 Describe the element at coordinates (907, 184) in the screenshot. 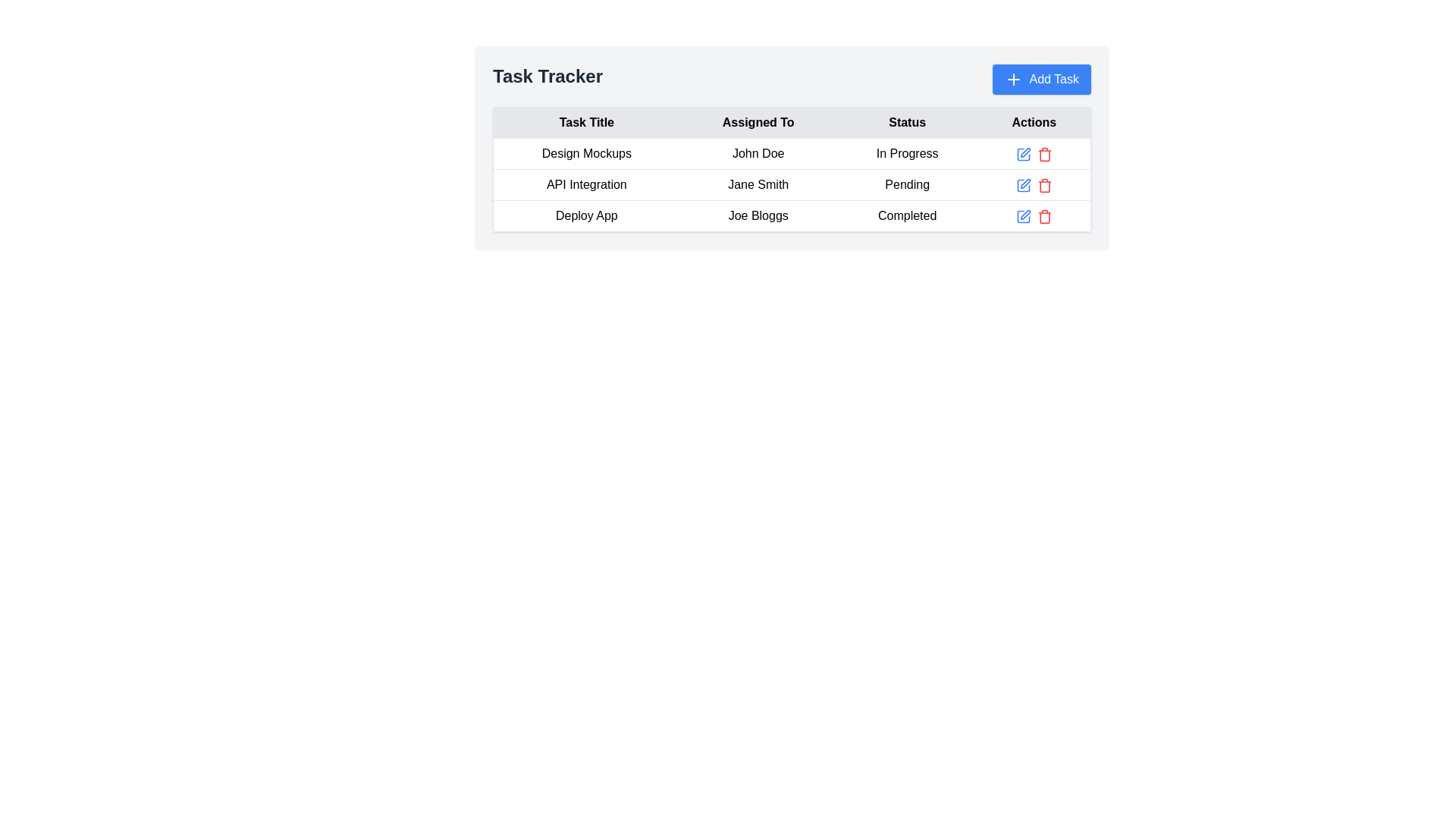

I see `the text label displaying 'Pending' in the 'Status' column of the second row of the table` at that location.